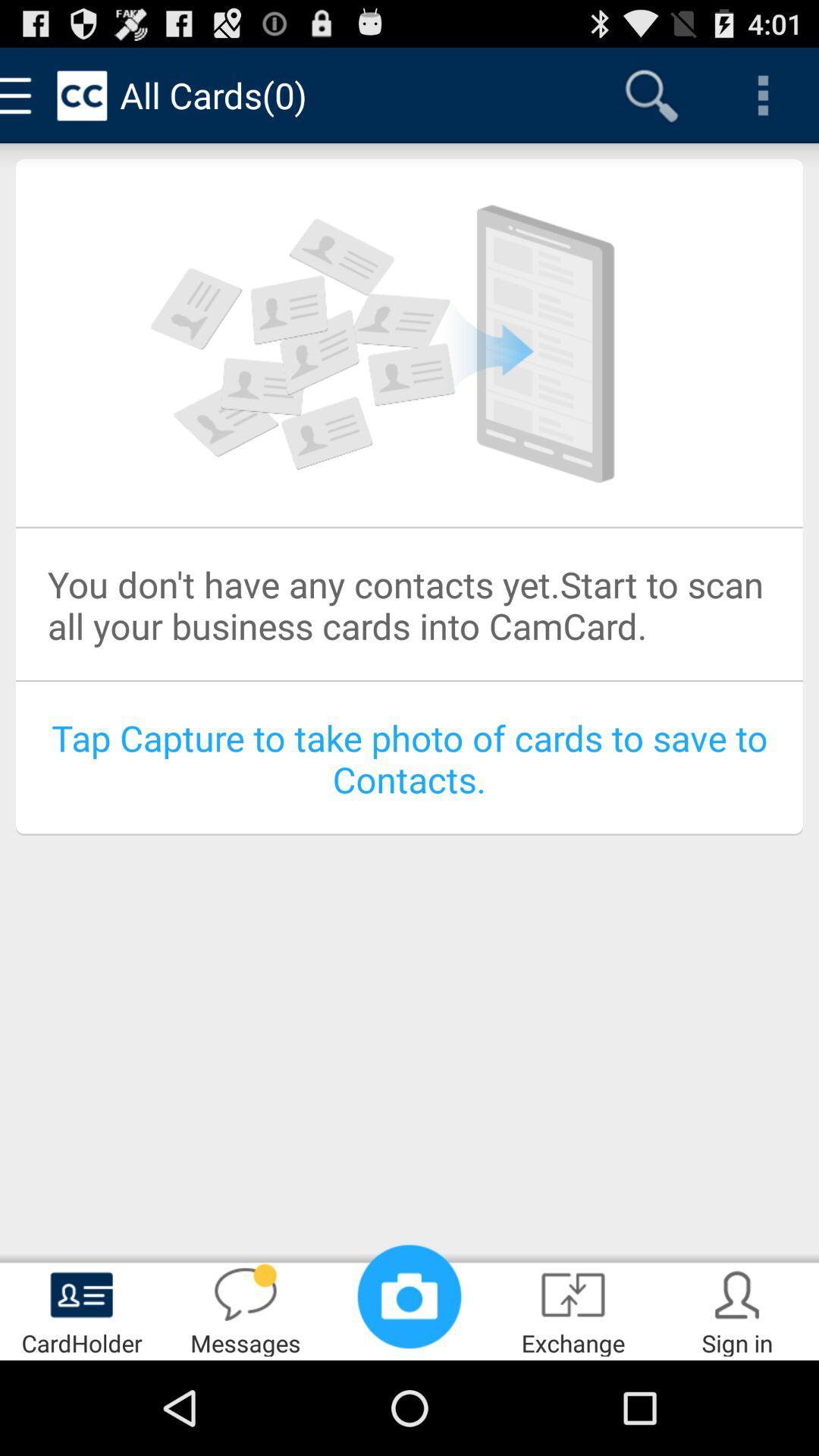 The height and width of the screenshot is (1456, 819). Describe the element at coordinates (736, 1309) in the screenshot. I see `app next to exchange` at that location.